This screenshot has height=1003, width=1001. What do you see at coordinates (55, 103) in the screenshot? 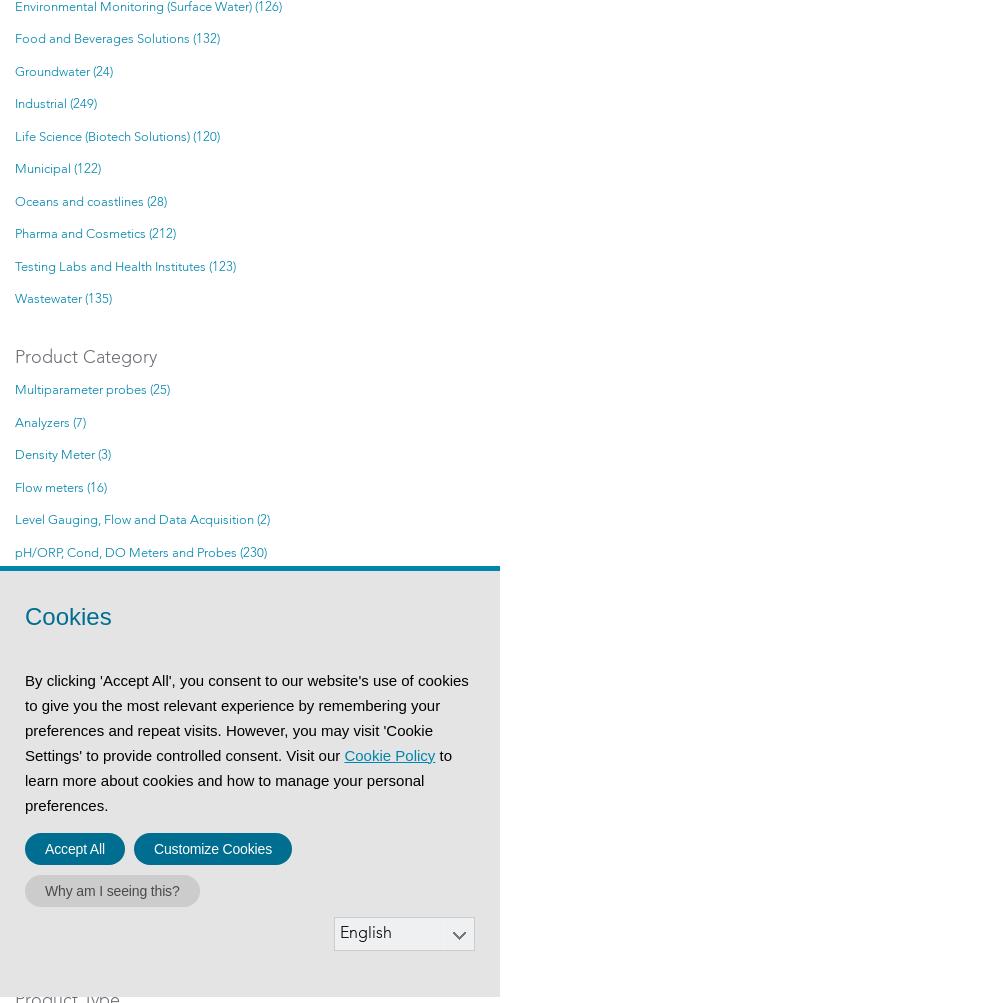
I see `'Industrial (249)'` at bounding box center [55, 103].